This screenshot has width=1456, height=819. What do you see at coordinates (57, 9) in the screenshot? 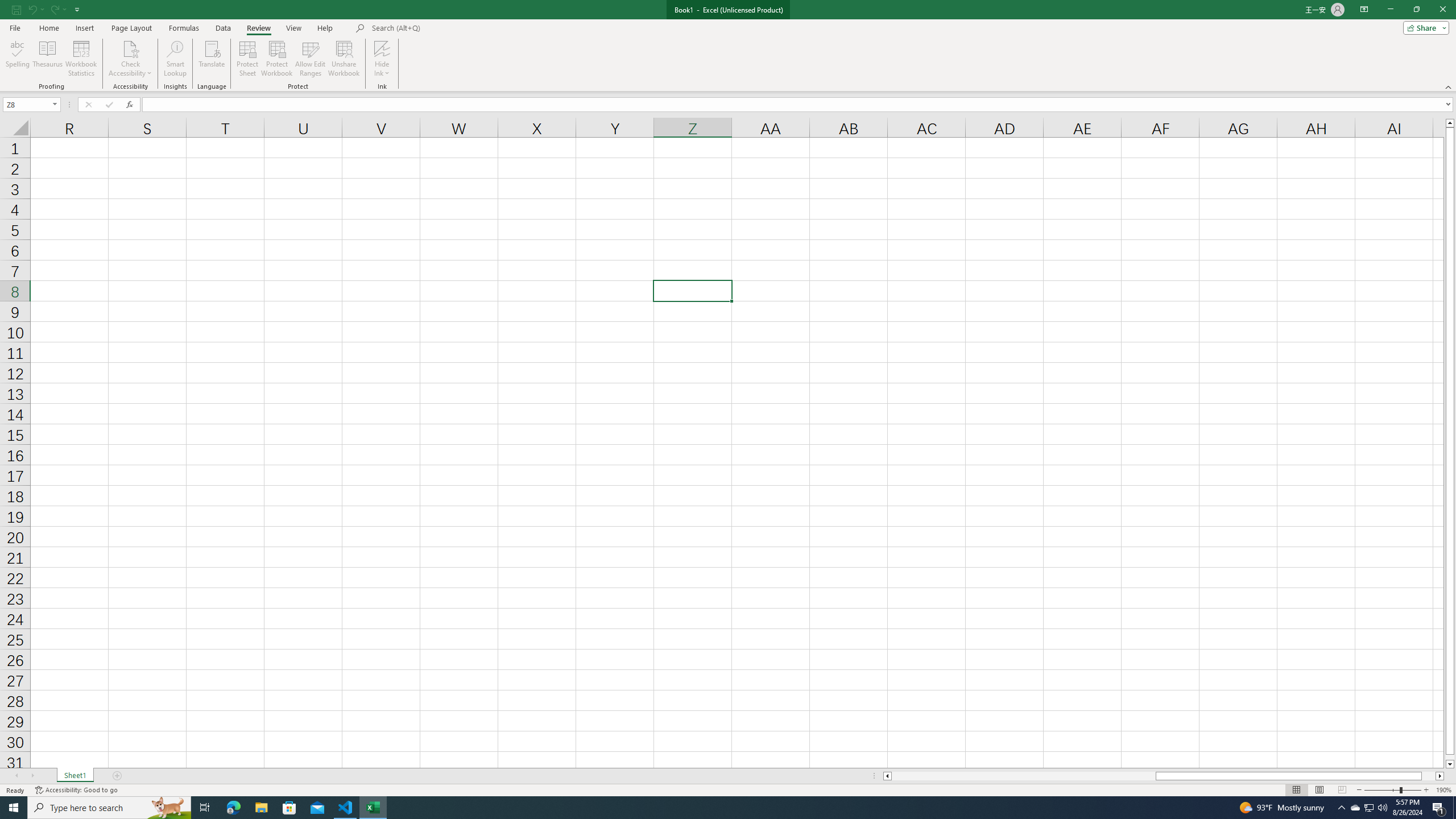
I see `'Redo'` at bounding box center [57, 9].